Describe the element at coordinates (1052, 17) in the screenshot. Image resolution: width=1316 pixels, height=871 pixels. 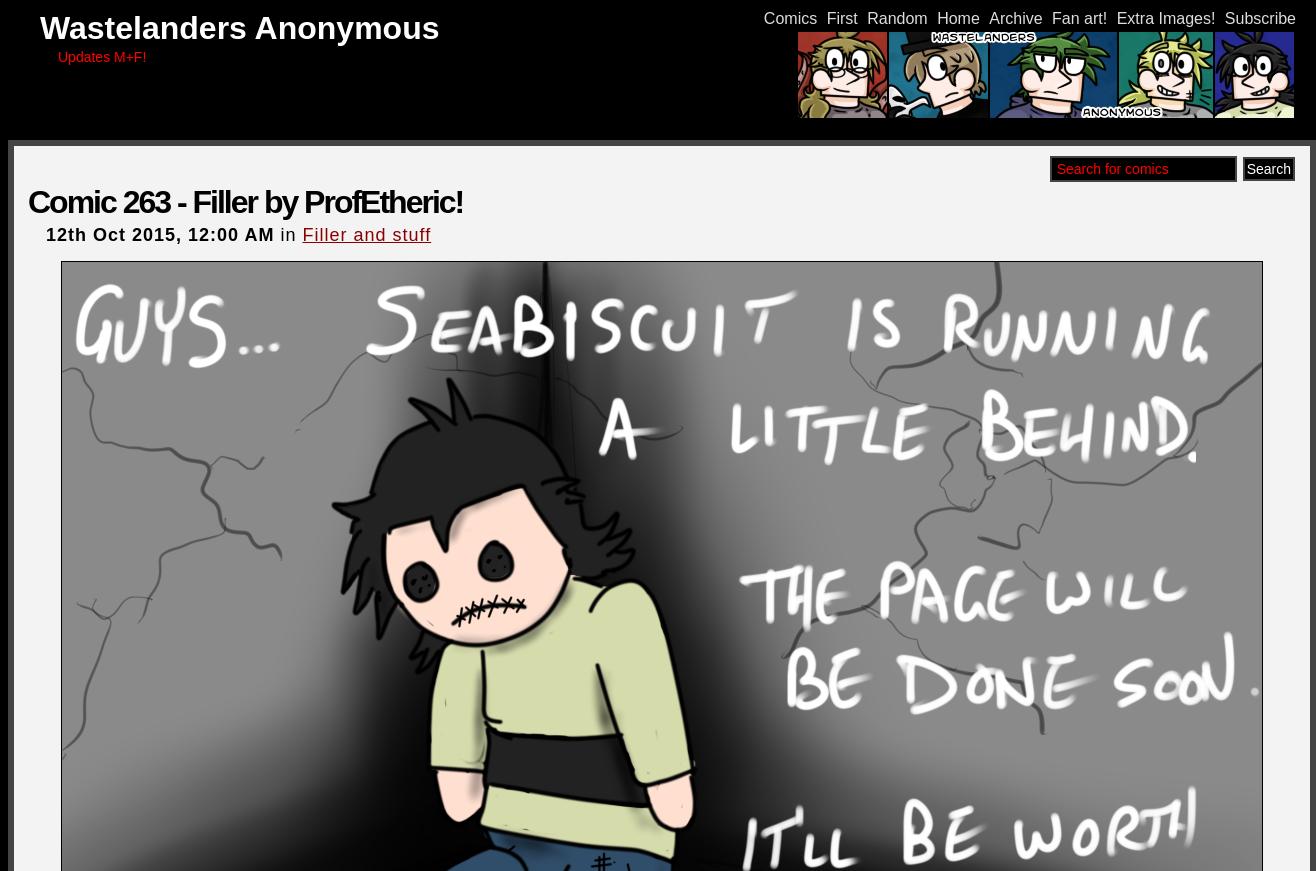
I see `'Fan art!'` at that location.